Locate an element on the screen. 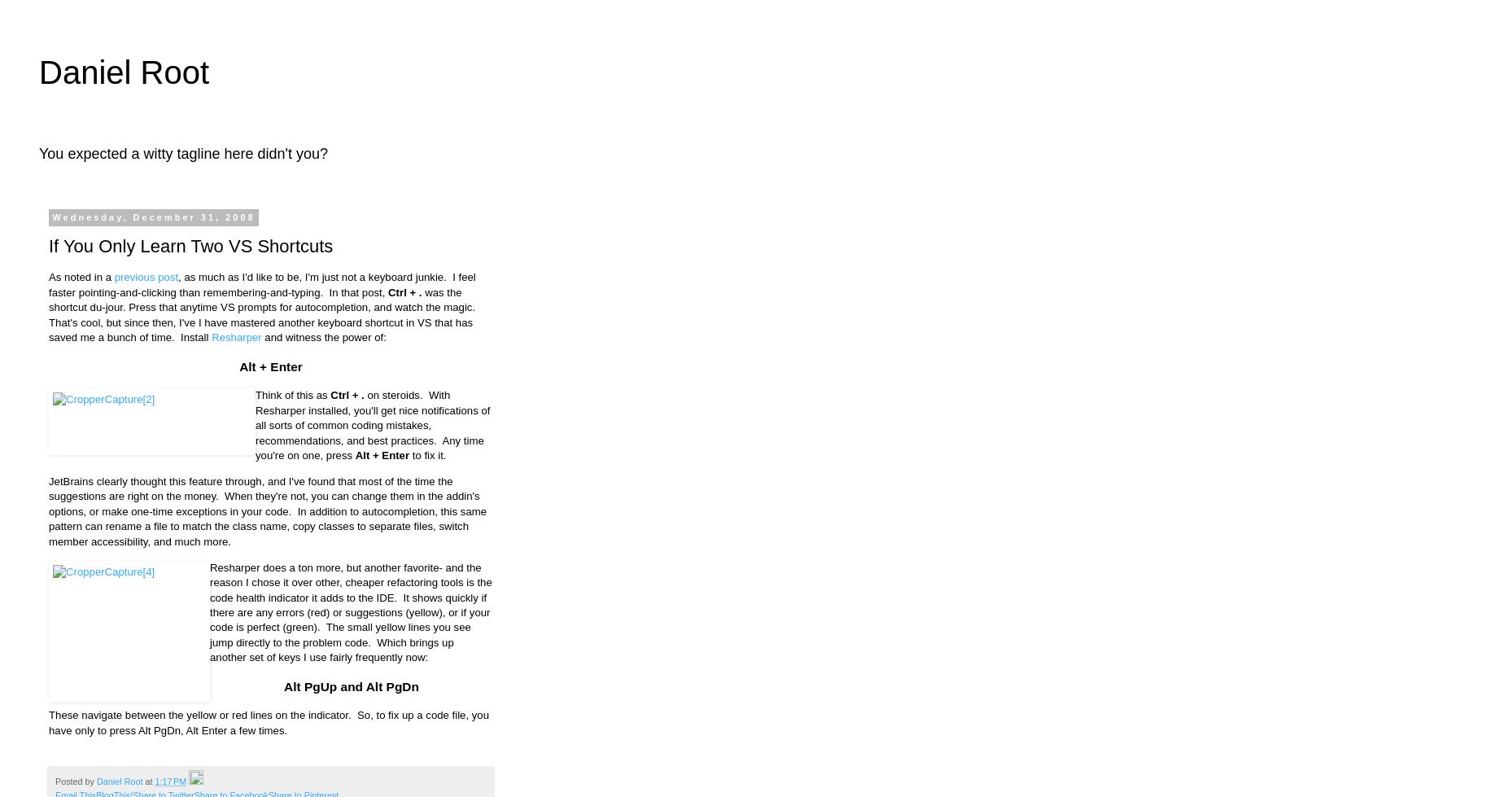 The height and width of the screenshot is (797, 1512). 'on steroids.  With Resharper installed, you'll get nice notifications of all sorts of common coding mistakes, recommendations, and best' is located at coordinates (256, 416).